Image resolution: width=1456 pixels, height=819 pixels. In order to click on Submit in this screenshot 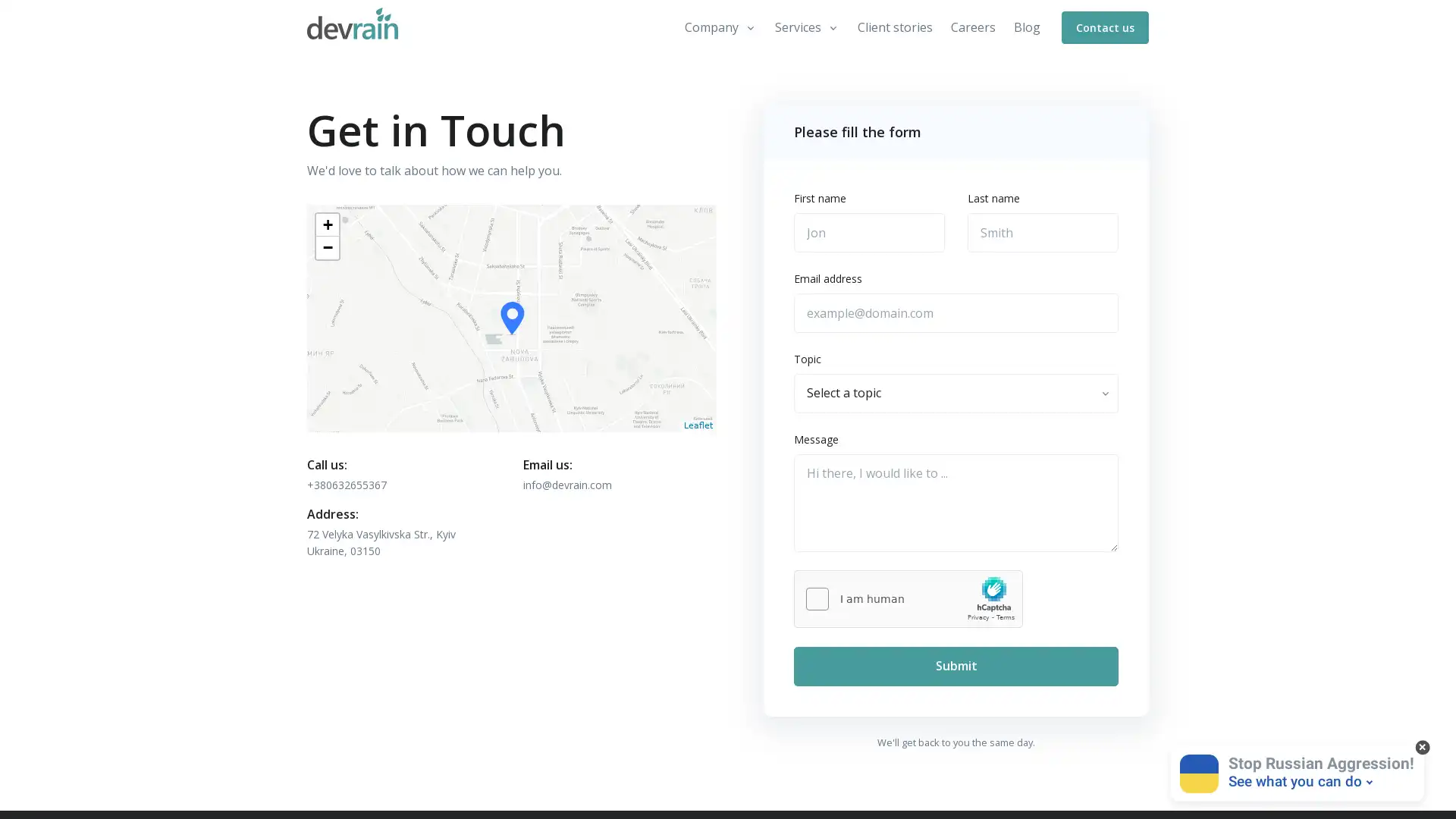, I will do `click(955, 665)`.